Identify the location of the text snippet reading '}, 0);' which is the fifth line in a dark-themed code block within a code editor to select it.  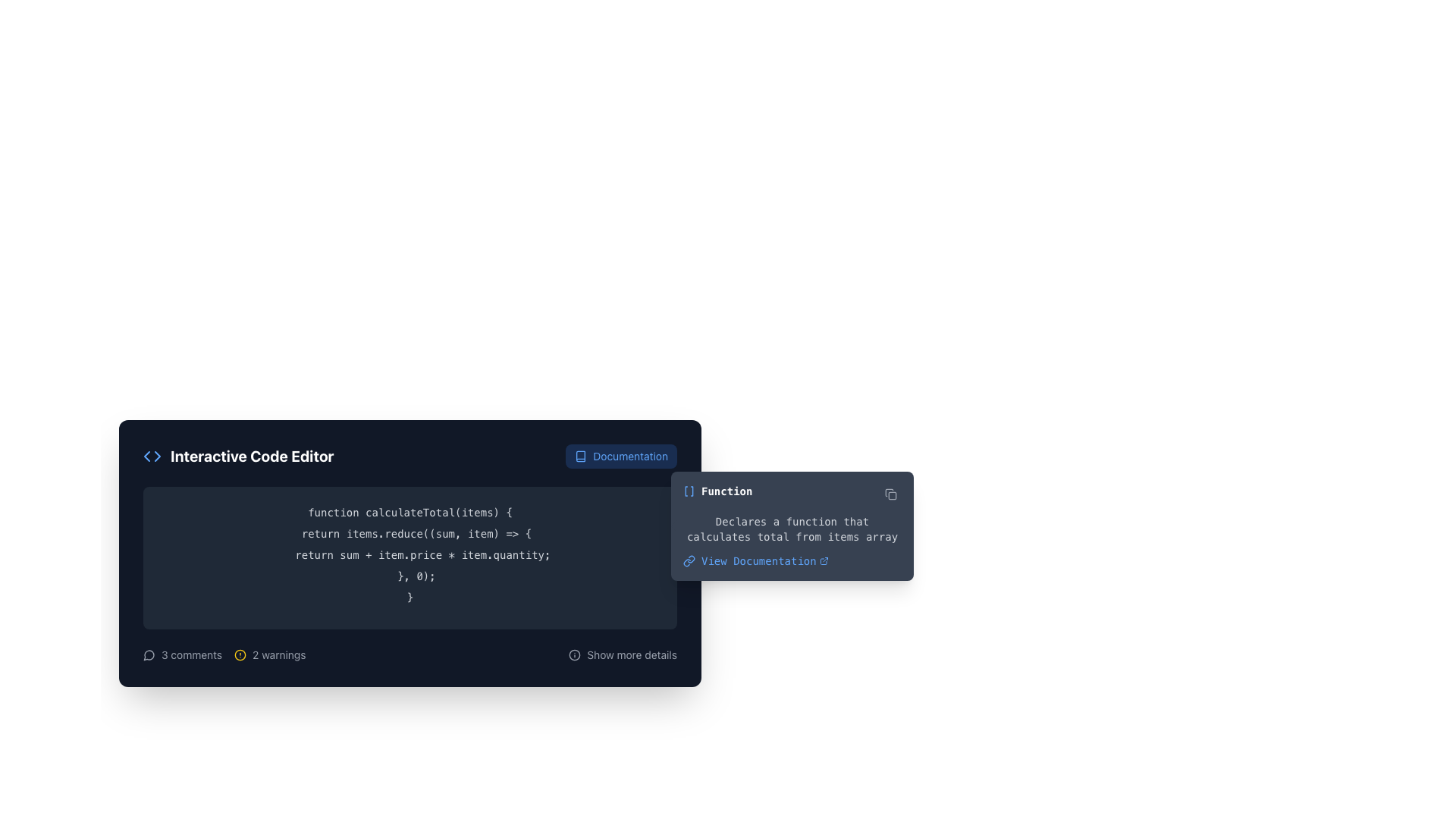
(410, 576).